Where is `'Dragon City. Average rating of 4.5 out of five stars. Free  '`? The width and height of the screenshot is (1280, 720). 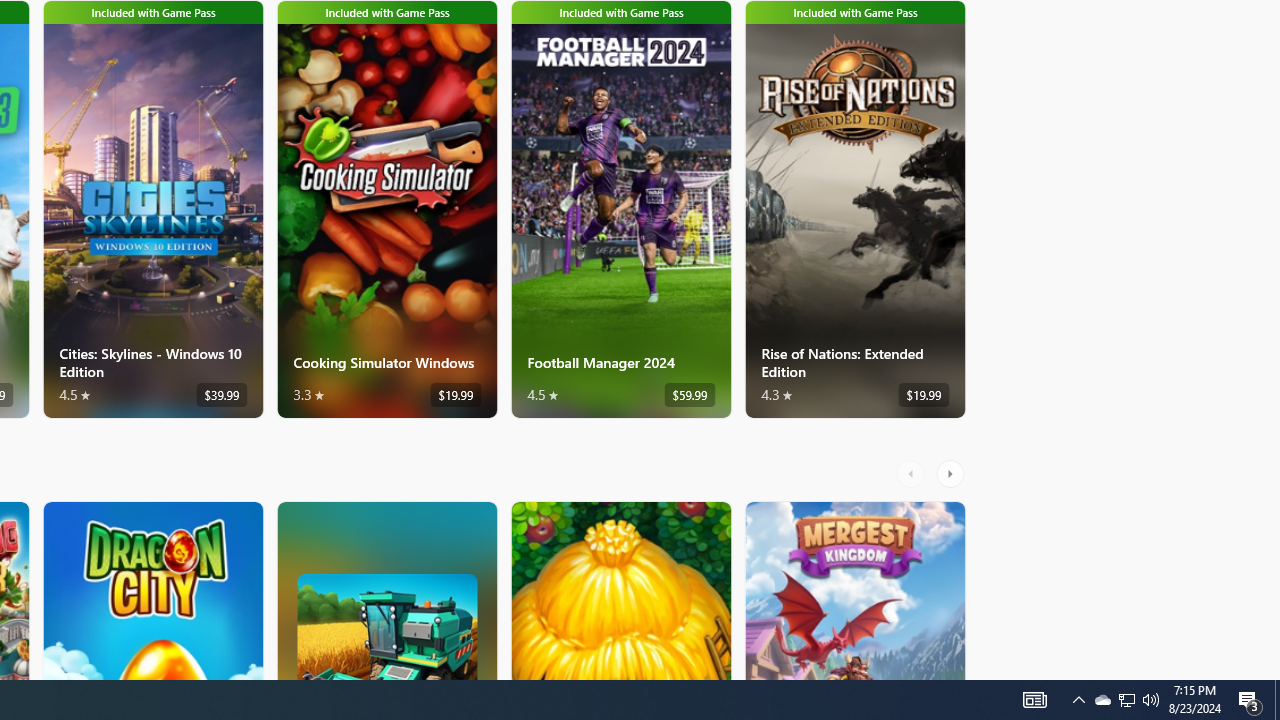
'Dragon City. Average rating of 4.5 out of five stars. Free  ' is located at coordinates (151, 589).